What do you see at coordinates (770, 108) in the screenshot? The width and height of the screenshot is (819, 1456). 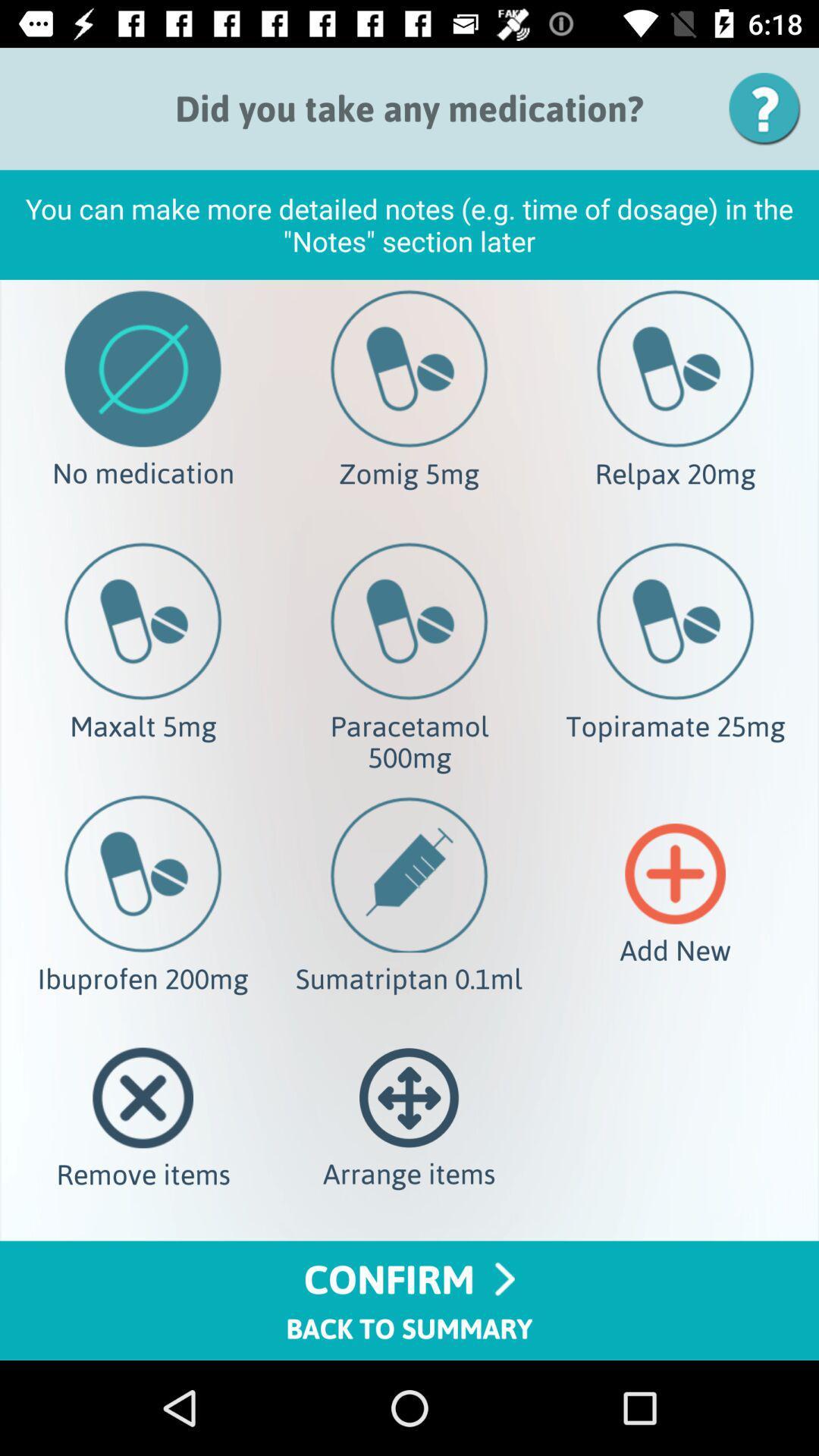 I see `icon next to did you take item` at bounding box center [770, 108].